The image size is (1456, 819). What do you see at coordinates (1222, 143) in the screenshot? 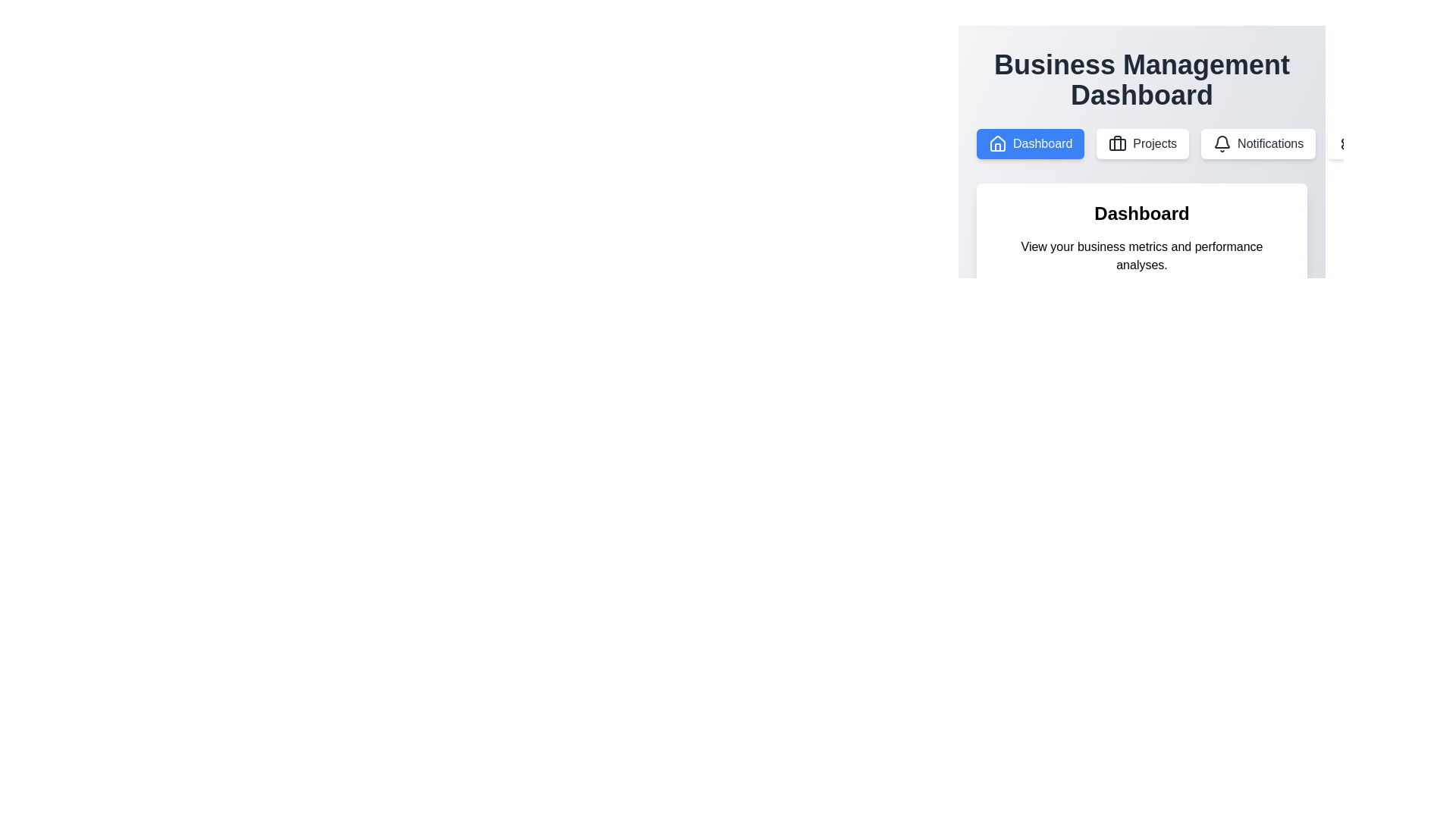
I see `the bell icon, which represents the notifications feature, located within the 'Notifications' button` at bounding box center [1222, 143].